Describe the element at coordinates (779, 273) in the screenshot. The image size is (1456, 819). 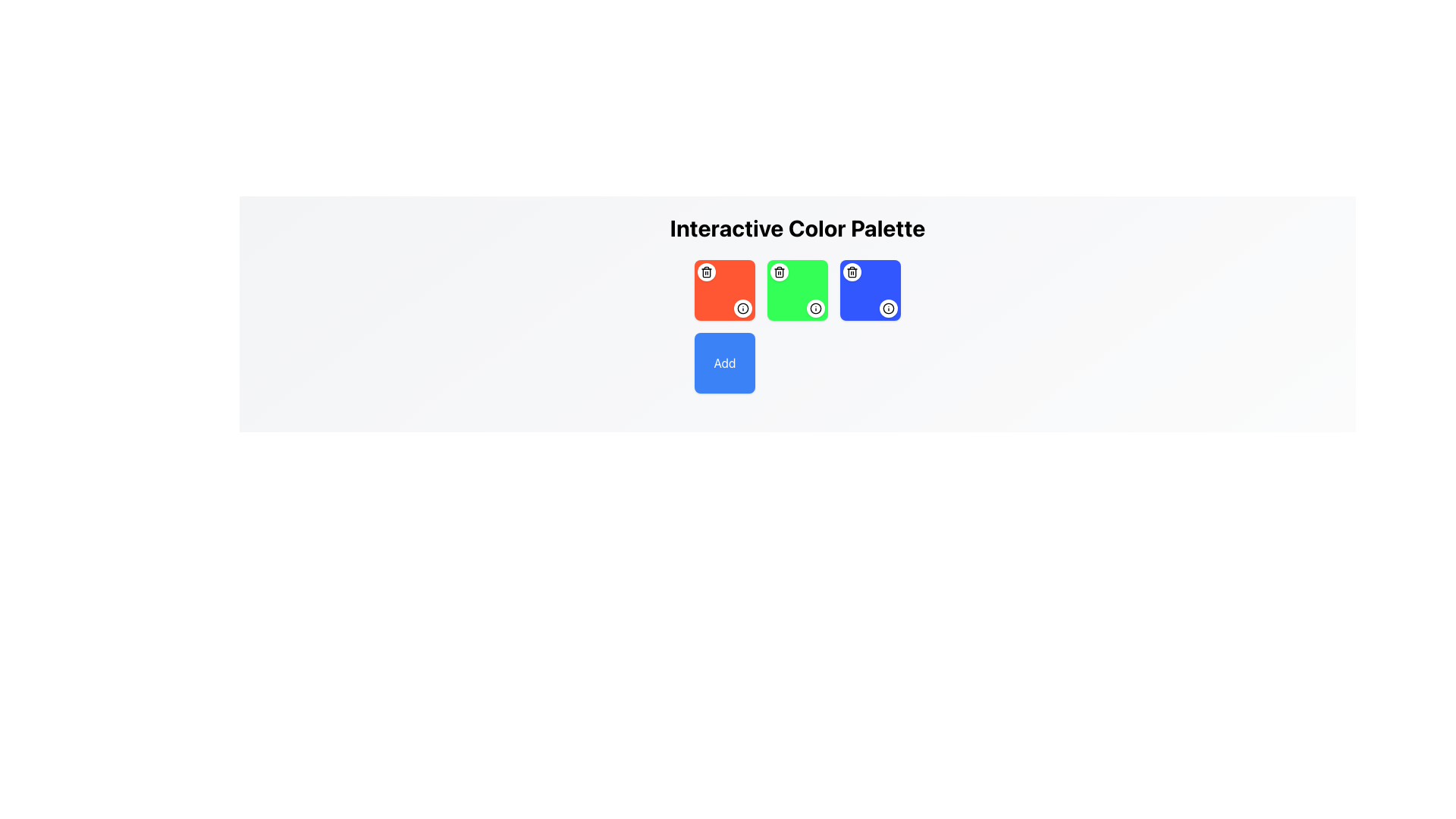
I see `the central rectangular body of the trash can icon within the green square of the color palette interface` at that location.